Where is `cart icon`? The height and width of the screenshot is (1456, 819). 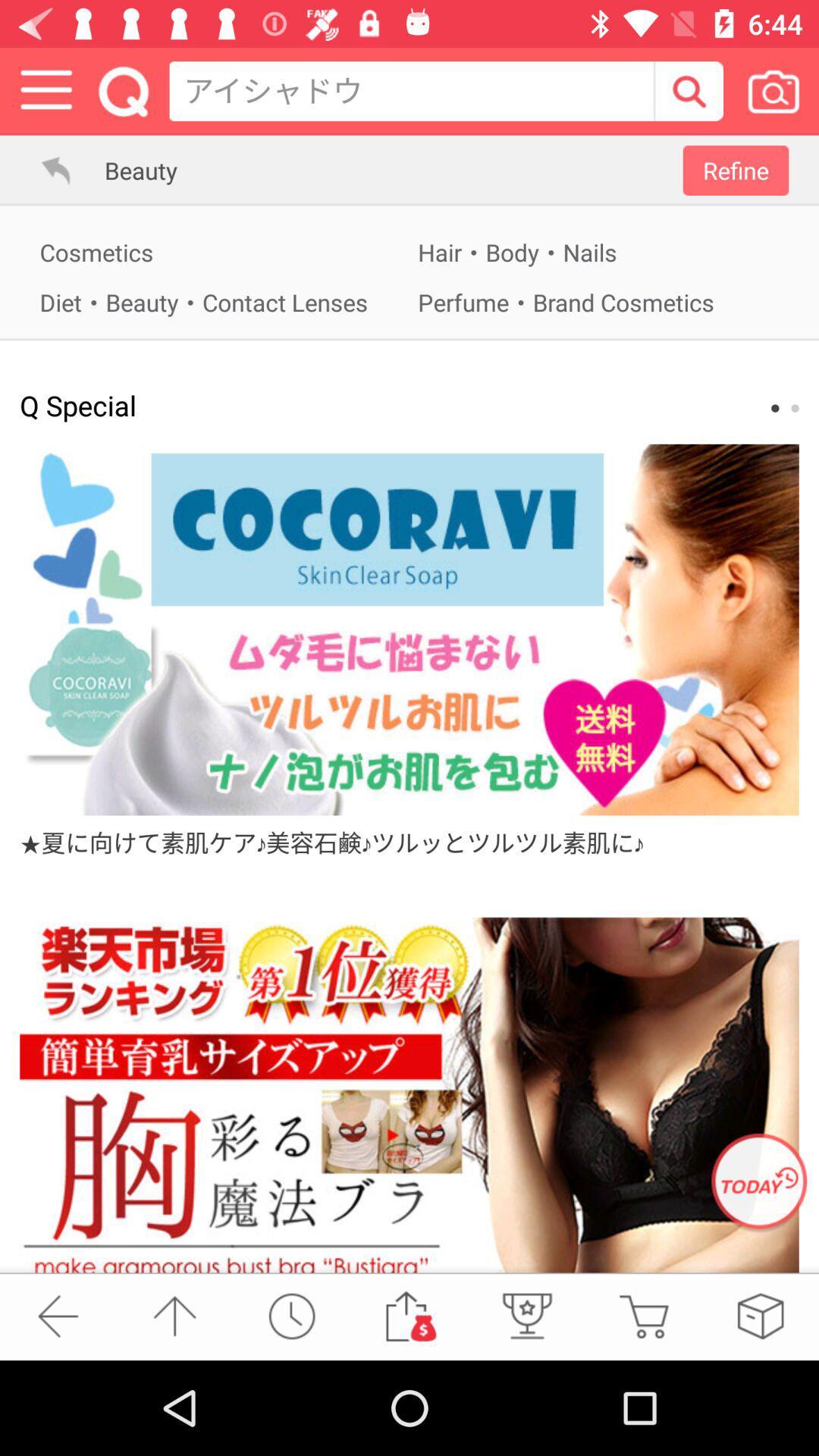
cart icon is located at coordinates (643, 1316).